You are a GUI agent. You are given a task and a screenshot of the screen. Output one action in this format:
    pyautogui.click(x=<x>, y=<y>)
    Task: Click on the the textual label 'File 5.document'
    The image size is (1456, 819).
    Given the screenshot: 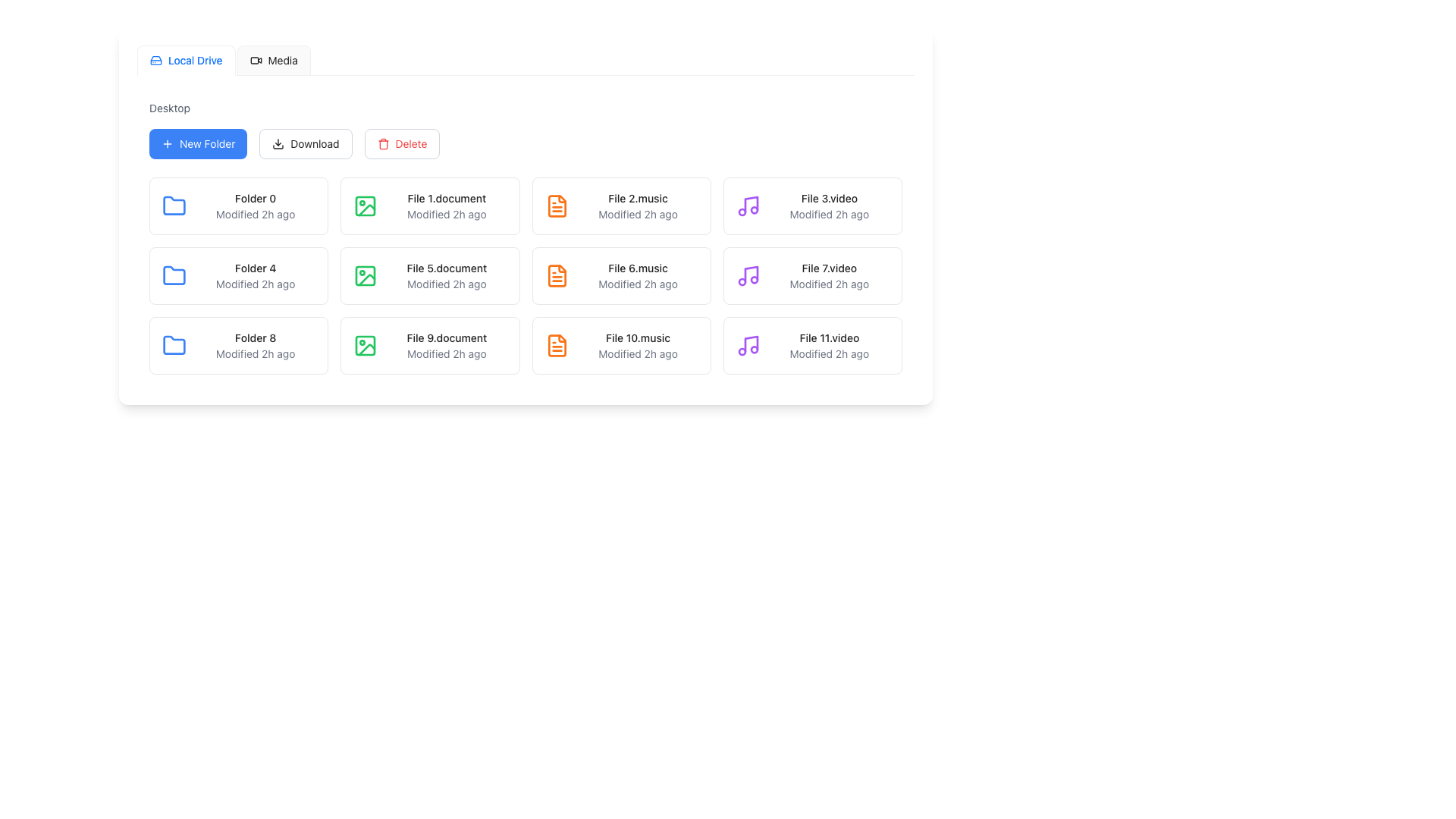 What is the action you would take?
    pyautogui.click(x=446, y=268)
    